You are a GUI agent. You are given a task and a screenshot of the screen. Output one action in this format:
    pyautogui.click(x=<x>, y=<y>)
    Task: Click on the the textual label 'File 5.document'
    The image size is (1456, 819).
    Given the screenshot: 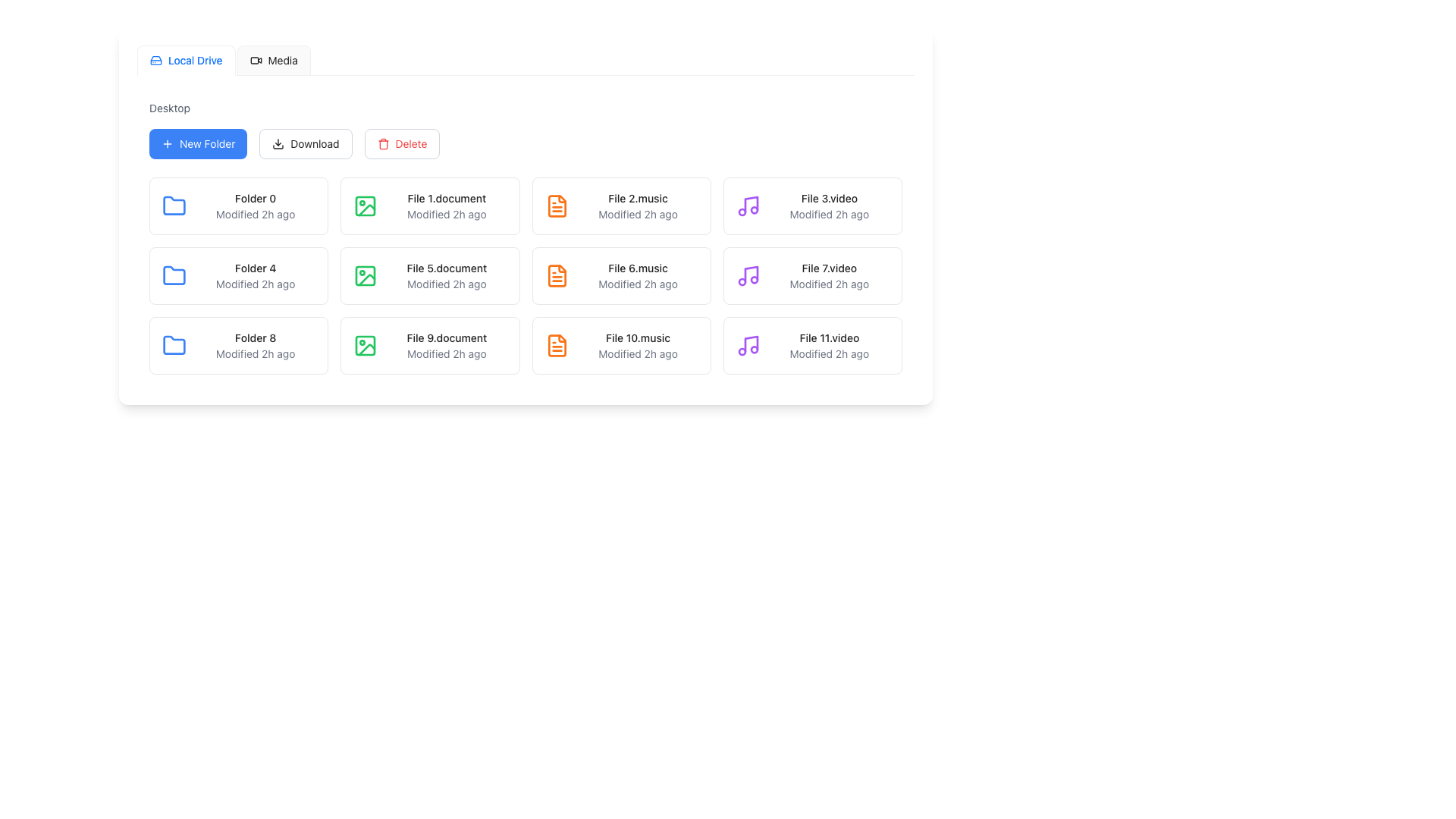 What is the action you would take?
    pyautogui.click(x=446, y=268)
    